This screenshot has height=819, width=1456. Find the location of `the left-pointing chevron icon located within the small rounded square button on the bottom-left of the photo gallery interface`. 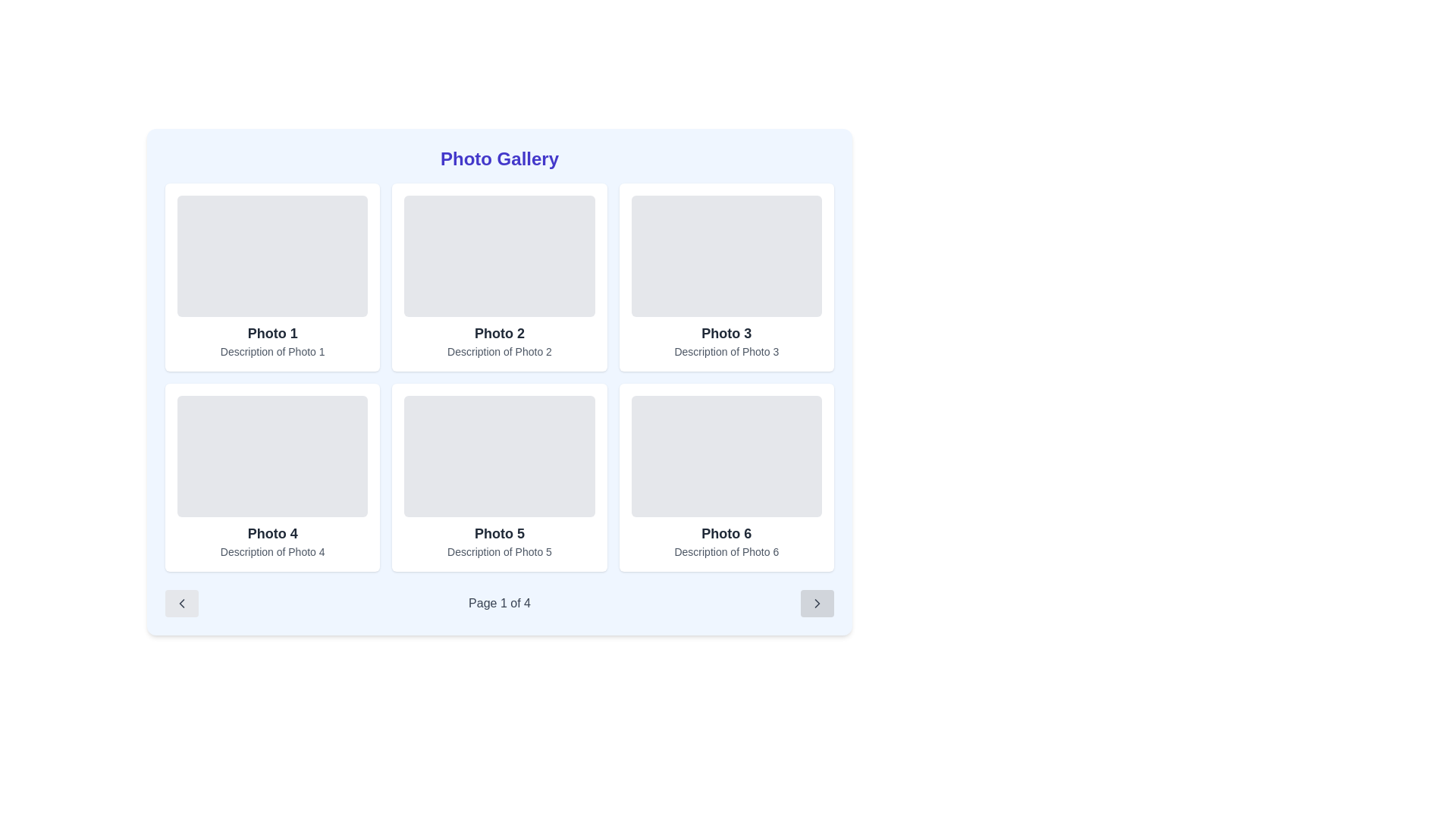

the left-pointing chevron icon located within the small rounded square button on the bottom-left of the photo gallery interface is located at coordinates (182, 602).